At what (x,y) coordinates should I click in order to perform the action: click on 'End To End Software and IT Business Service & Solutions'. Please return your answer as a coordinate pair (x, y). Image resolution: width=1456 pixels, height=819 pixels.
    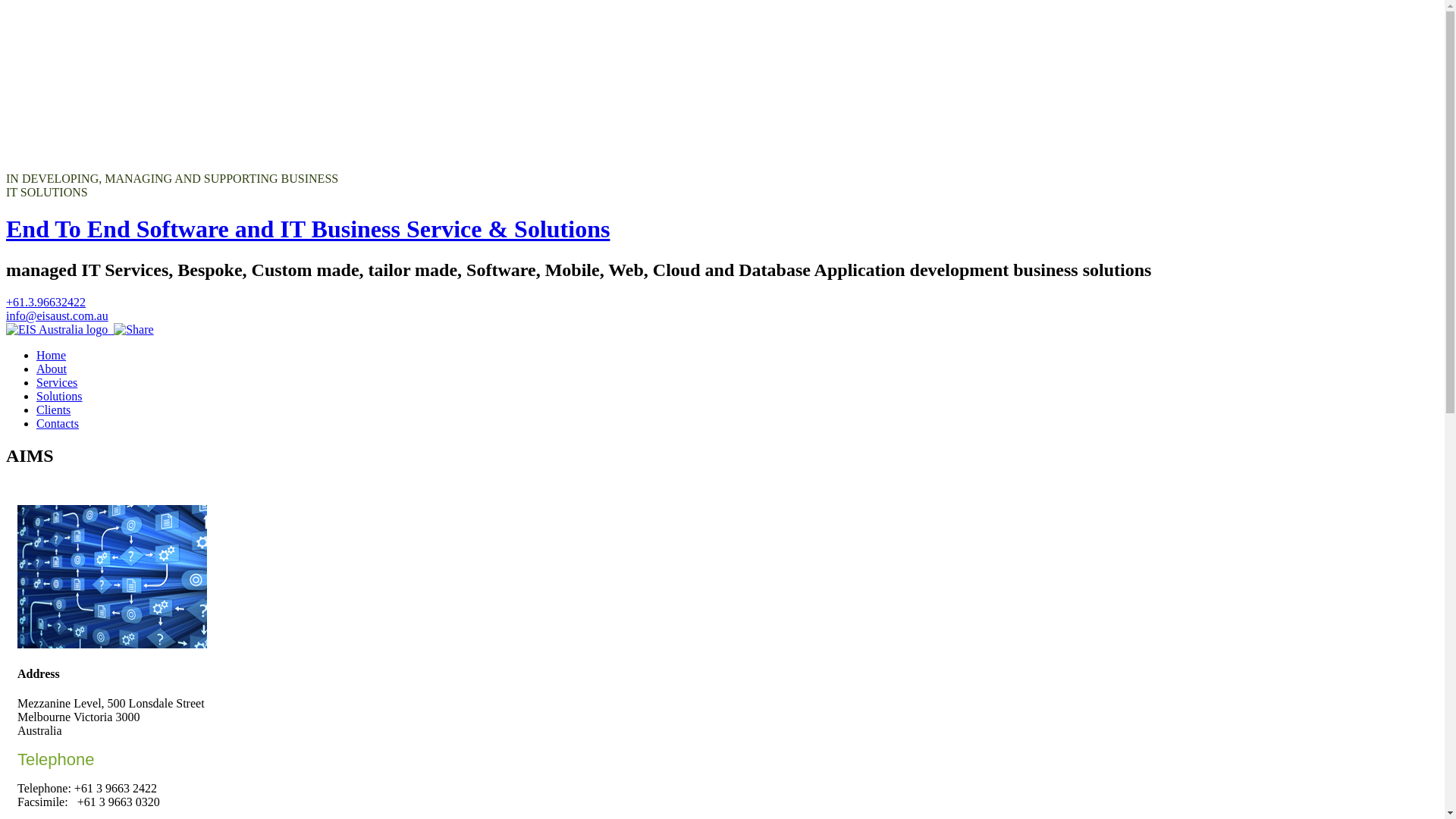
    Looking at the image, I should click on (307, 228).